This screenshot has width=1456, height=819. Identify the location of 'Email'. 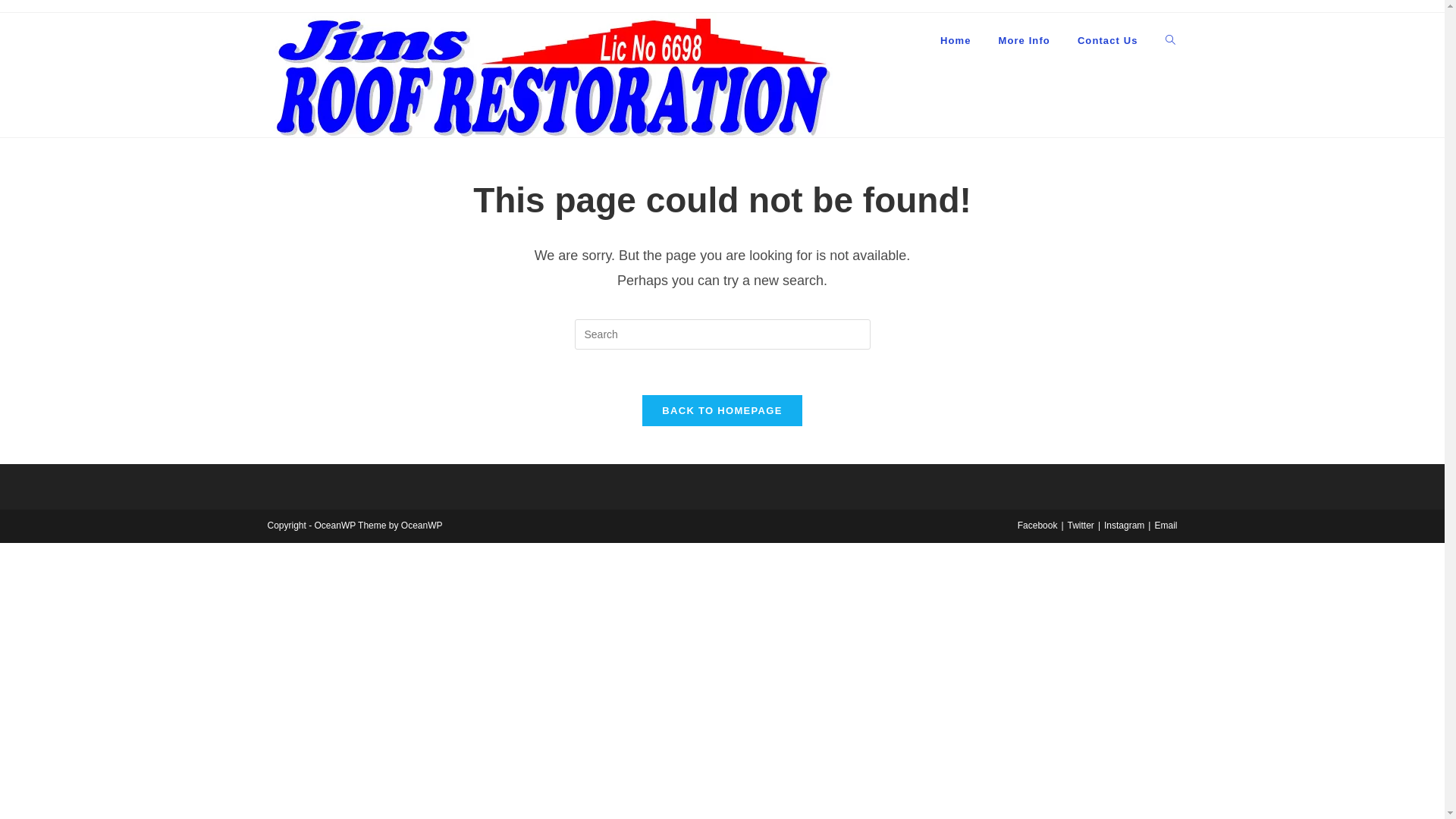
(1164, 525).